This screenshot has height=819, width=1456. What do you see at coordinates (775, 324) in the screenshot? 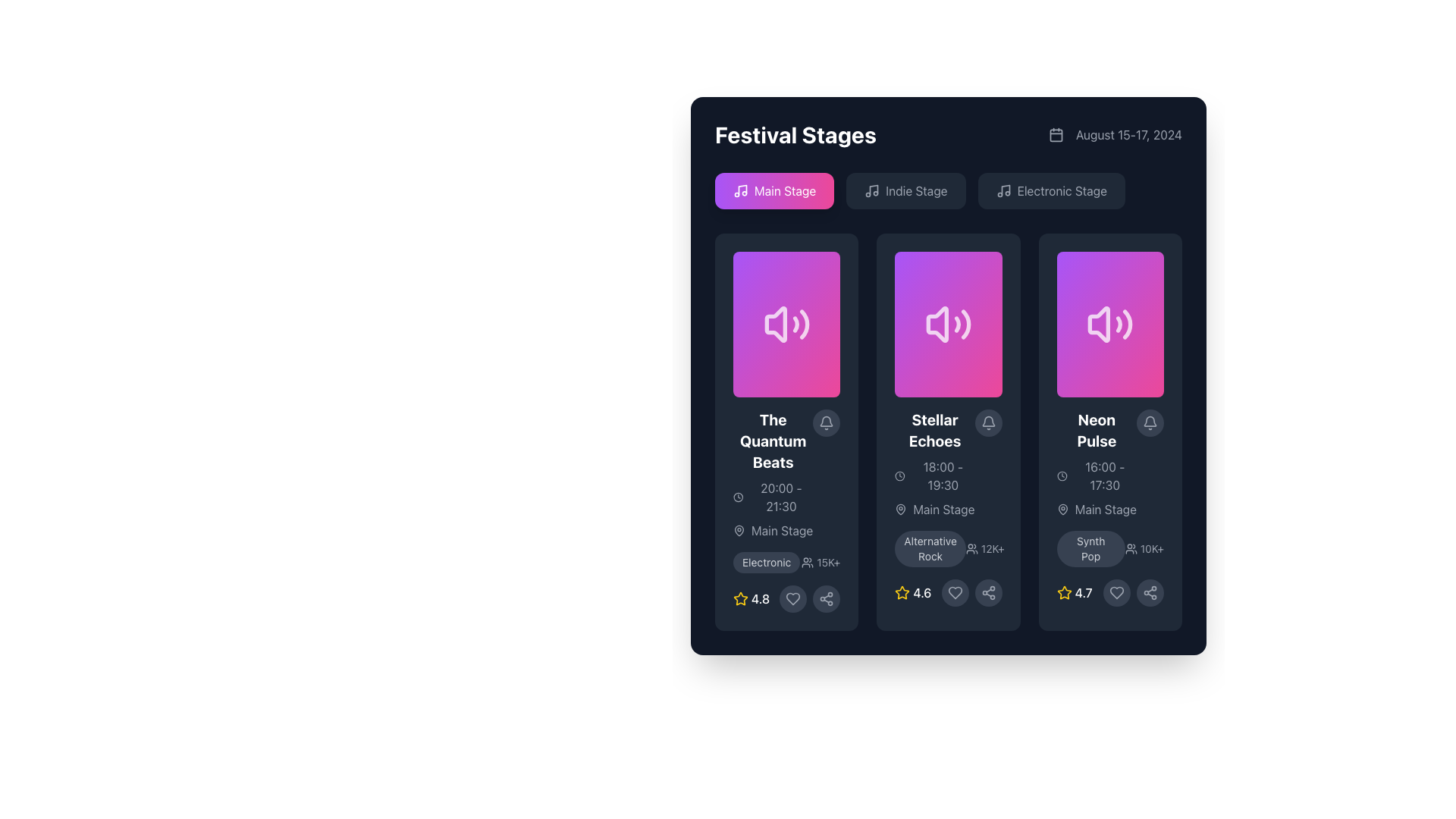
I see `the volume icon representing audio content in the leftmost card of the three-card layout` at bounding box center [775, 324].